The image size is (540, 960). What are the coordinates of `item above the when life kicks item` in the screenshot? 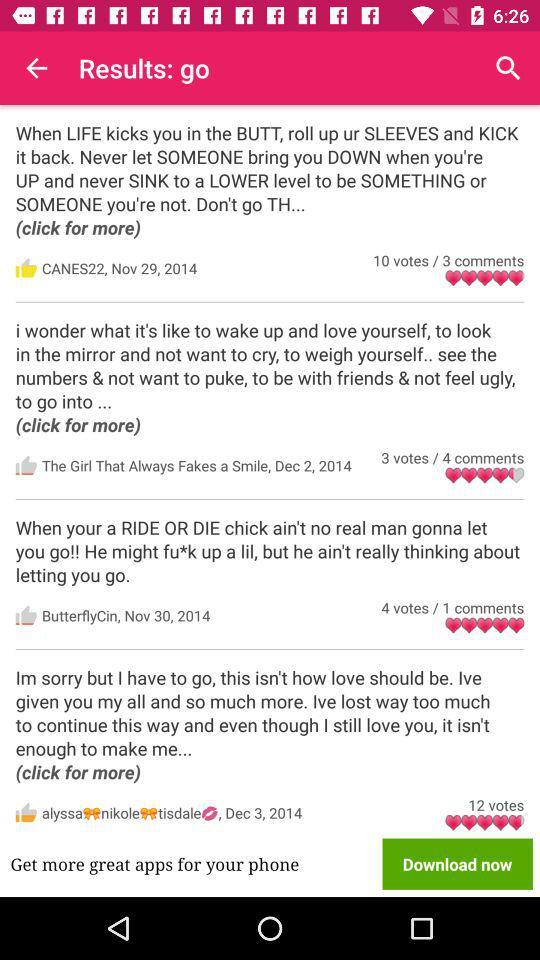 It's located at (508, 68).